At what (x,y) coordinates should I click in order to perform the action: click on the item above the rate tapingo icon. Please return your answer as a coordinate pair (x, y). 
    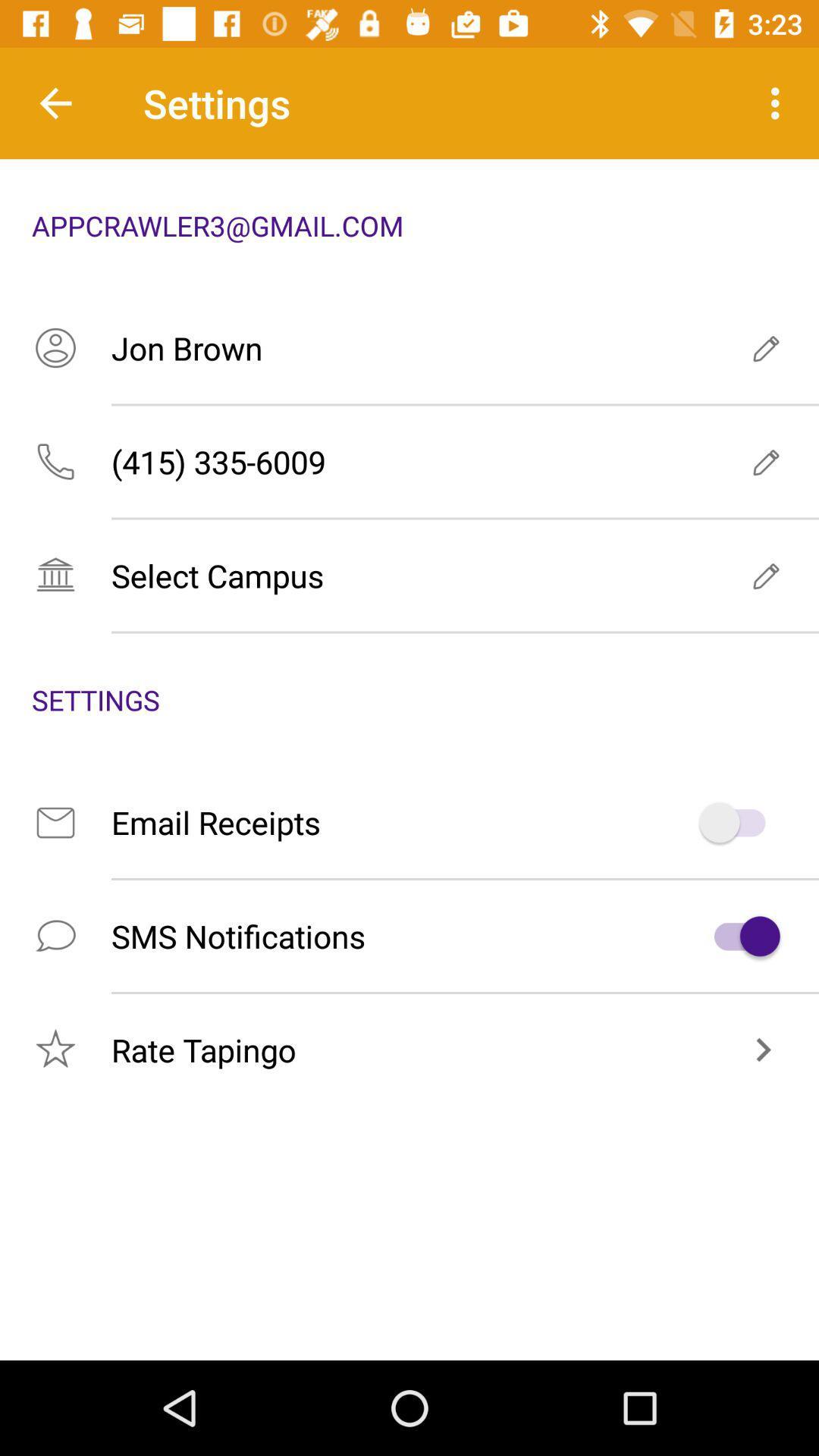
    Looking at the image, I should click on (409, 935).